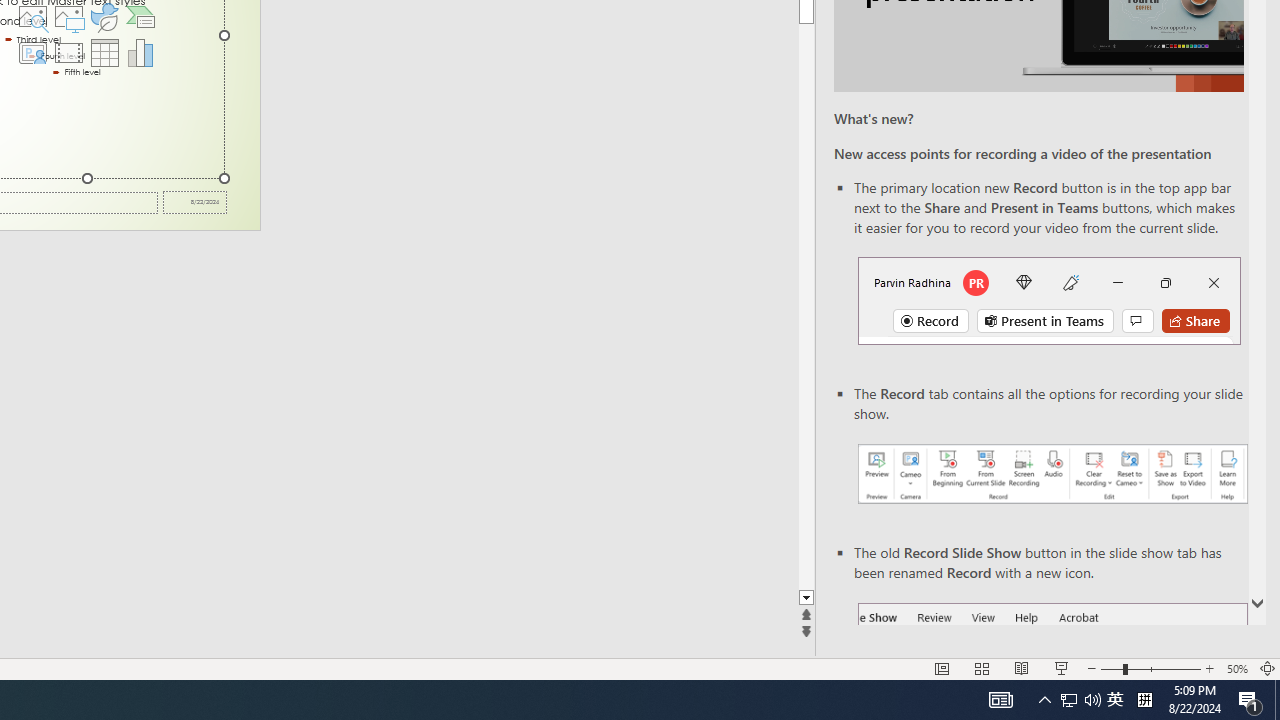  I want to click on 'Stock Images', so click(32, 16).